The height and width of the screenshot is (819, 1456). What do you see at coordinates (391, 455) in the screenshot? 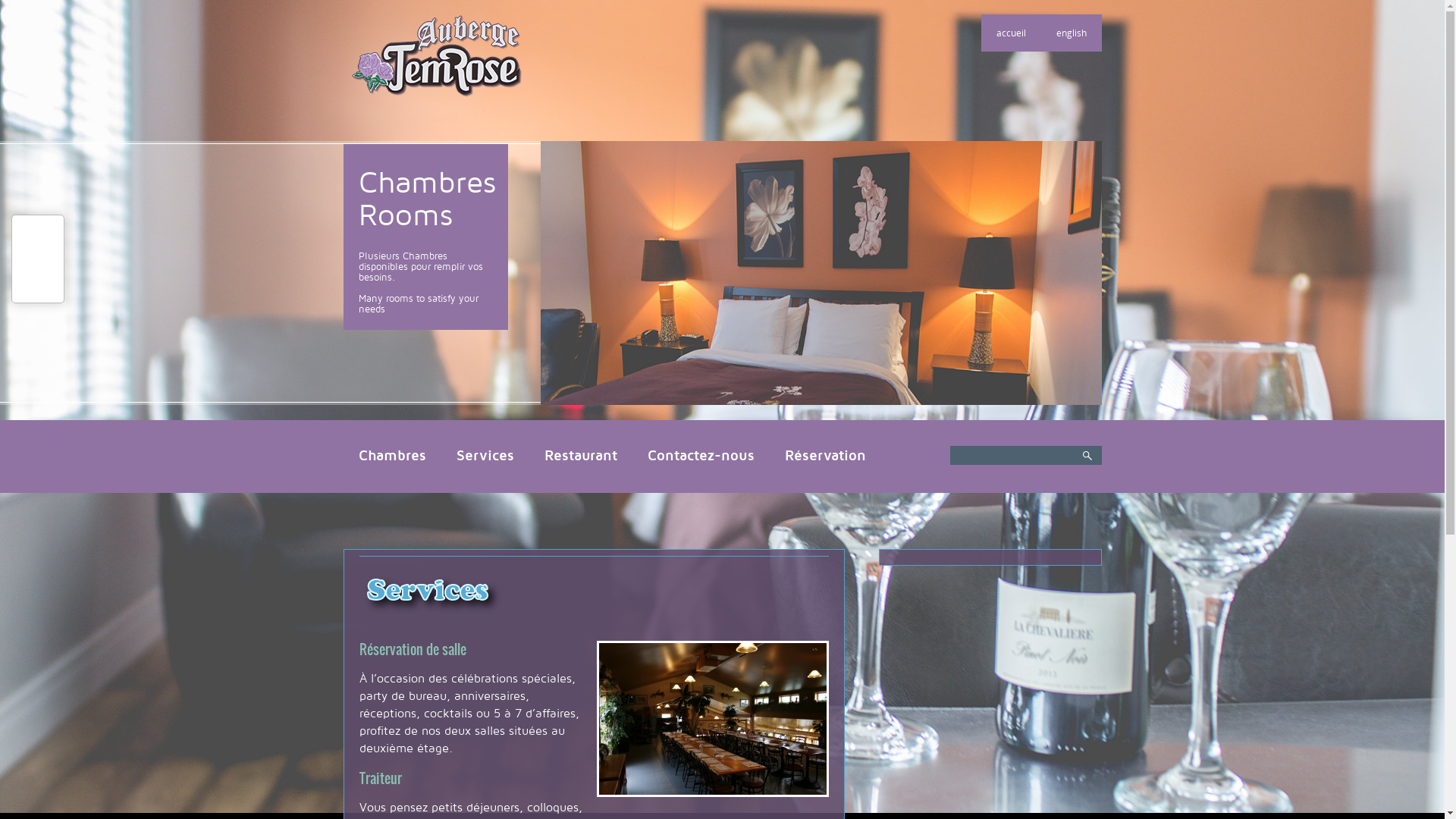
I see `'Chambres'` at bounding box center [391, 455].